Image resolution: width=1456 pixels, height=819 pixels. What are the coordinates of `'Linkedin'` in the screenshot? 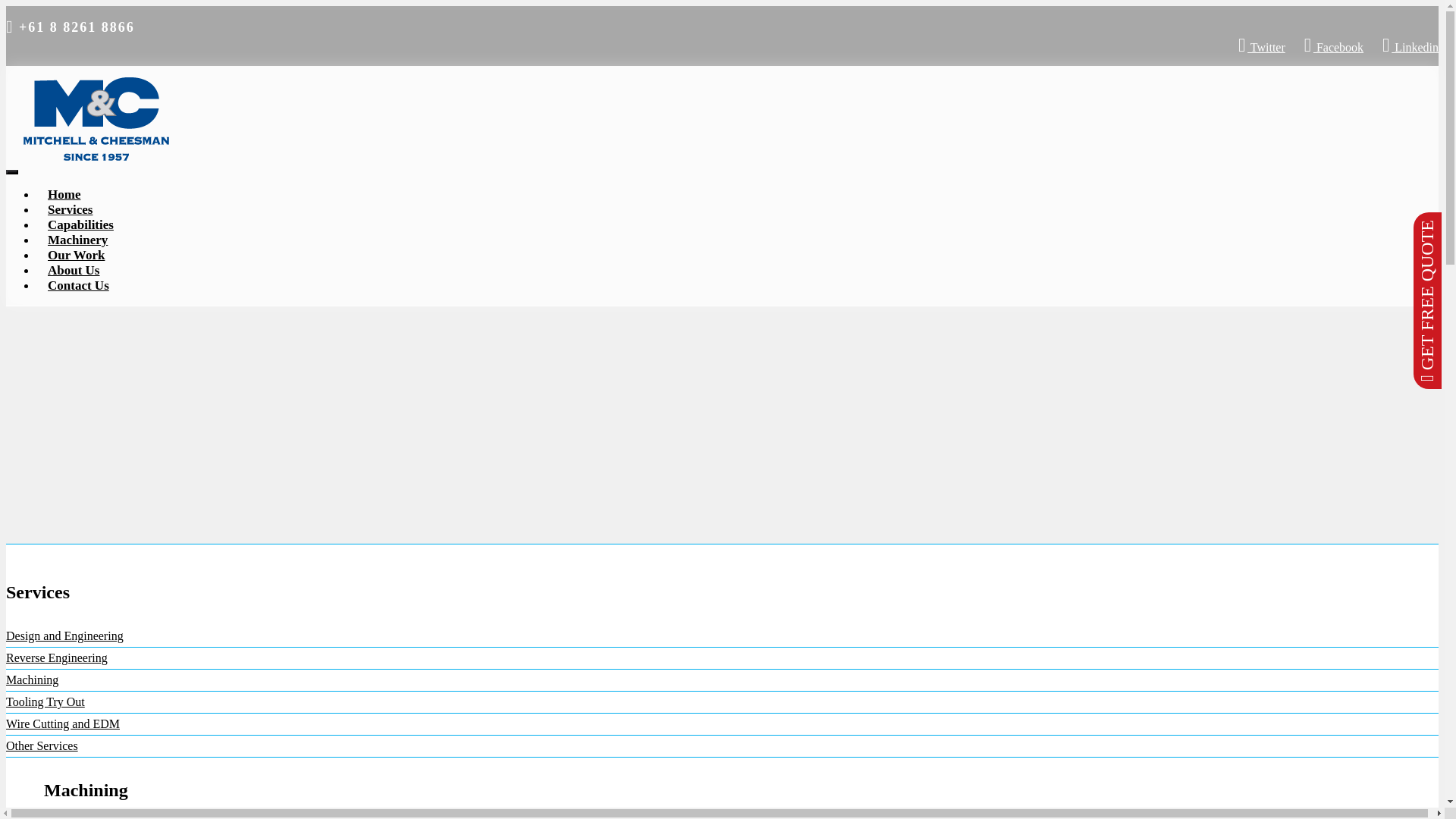 It's located at (1410, 46).